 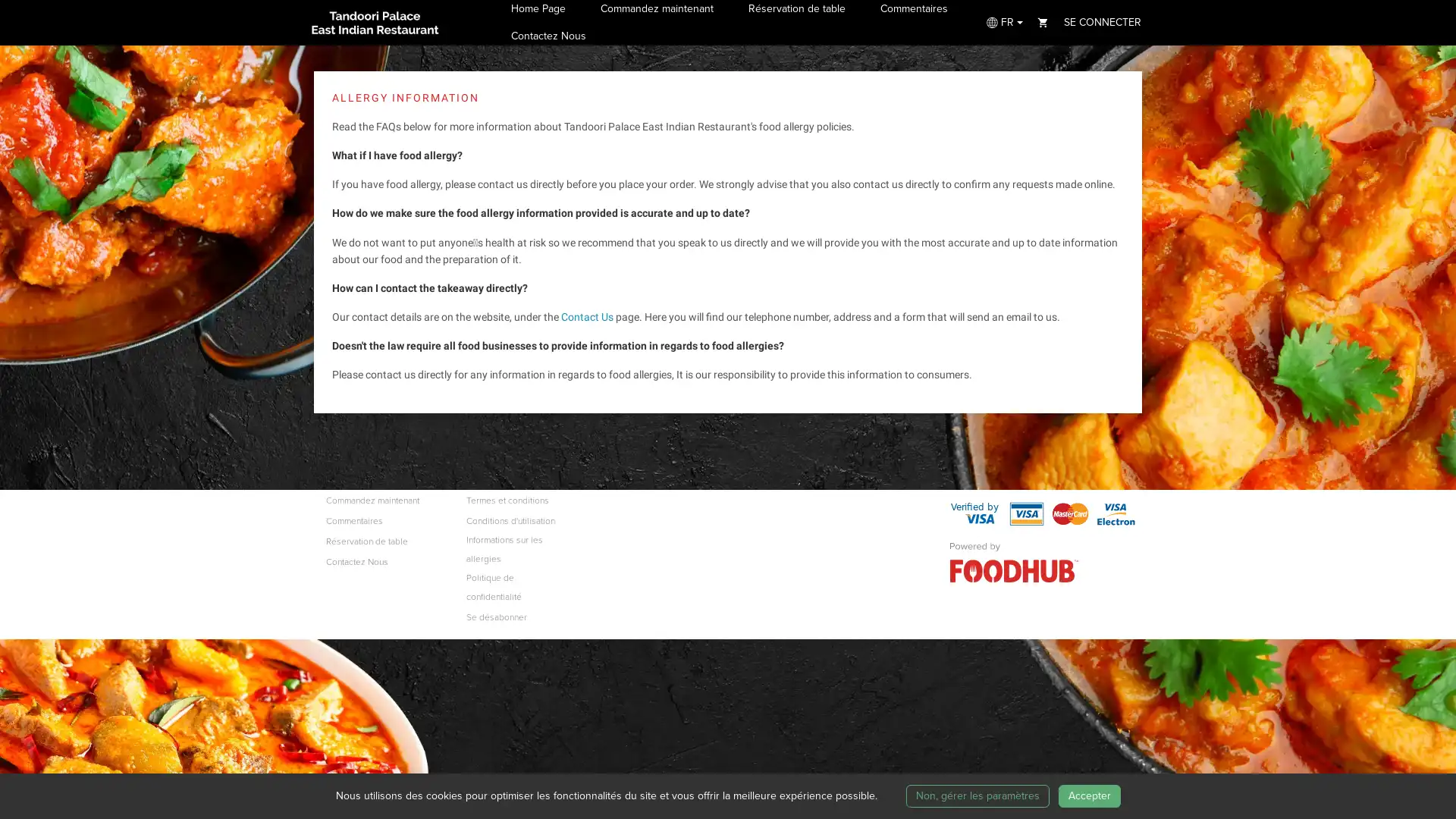 I want to click on Accepter, so click(x=1087, y=795).